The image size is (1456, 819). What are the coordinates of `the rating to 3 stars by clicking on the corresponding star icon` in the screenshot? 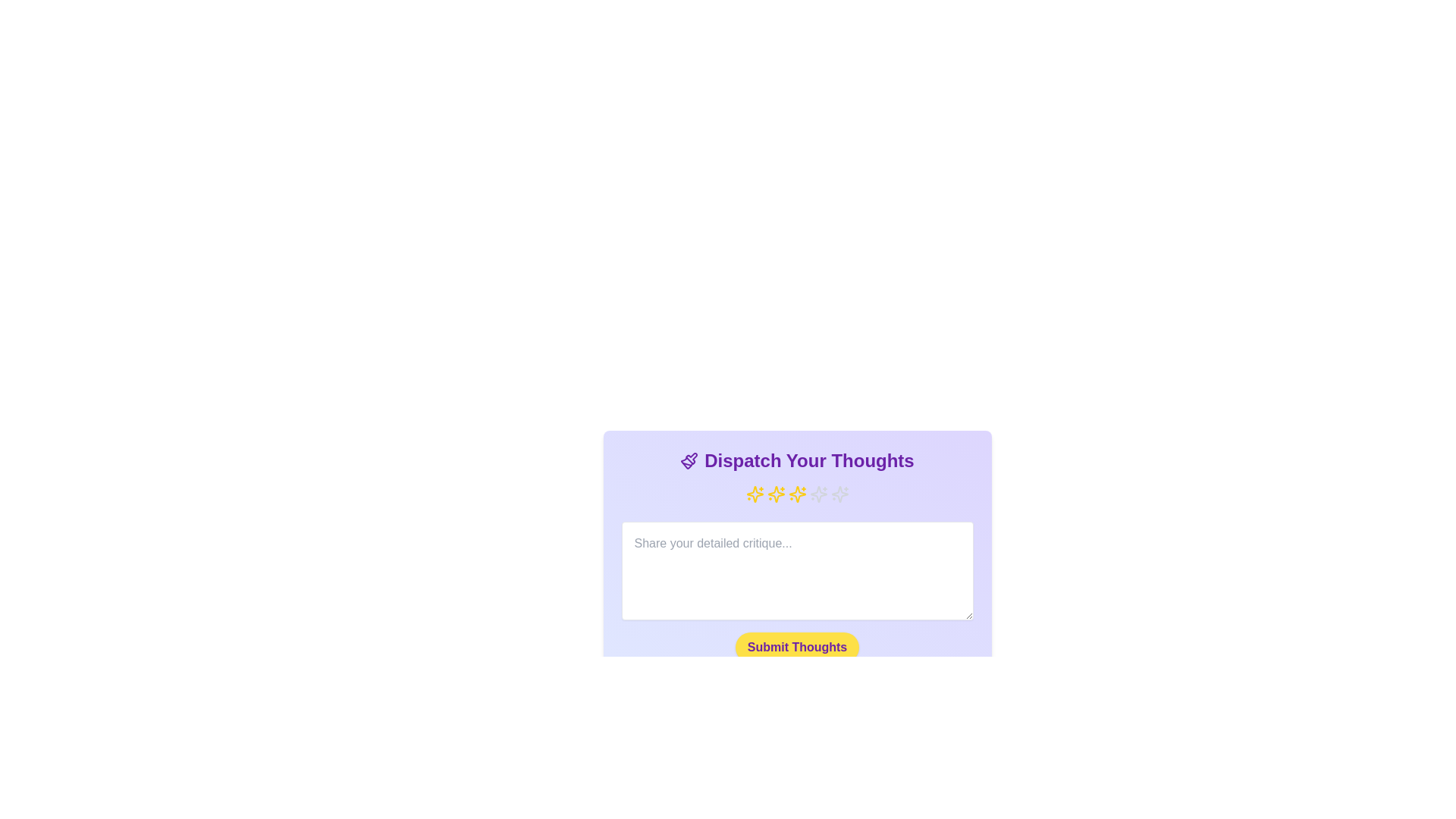 It's located at (796, 494).